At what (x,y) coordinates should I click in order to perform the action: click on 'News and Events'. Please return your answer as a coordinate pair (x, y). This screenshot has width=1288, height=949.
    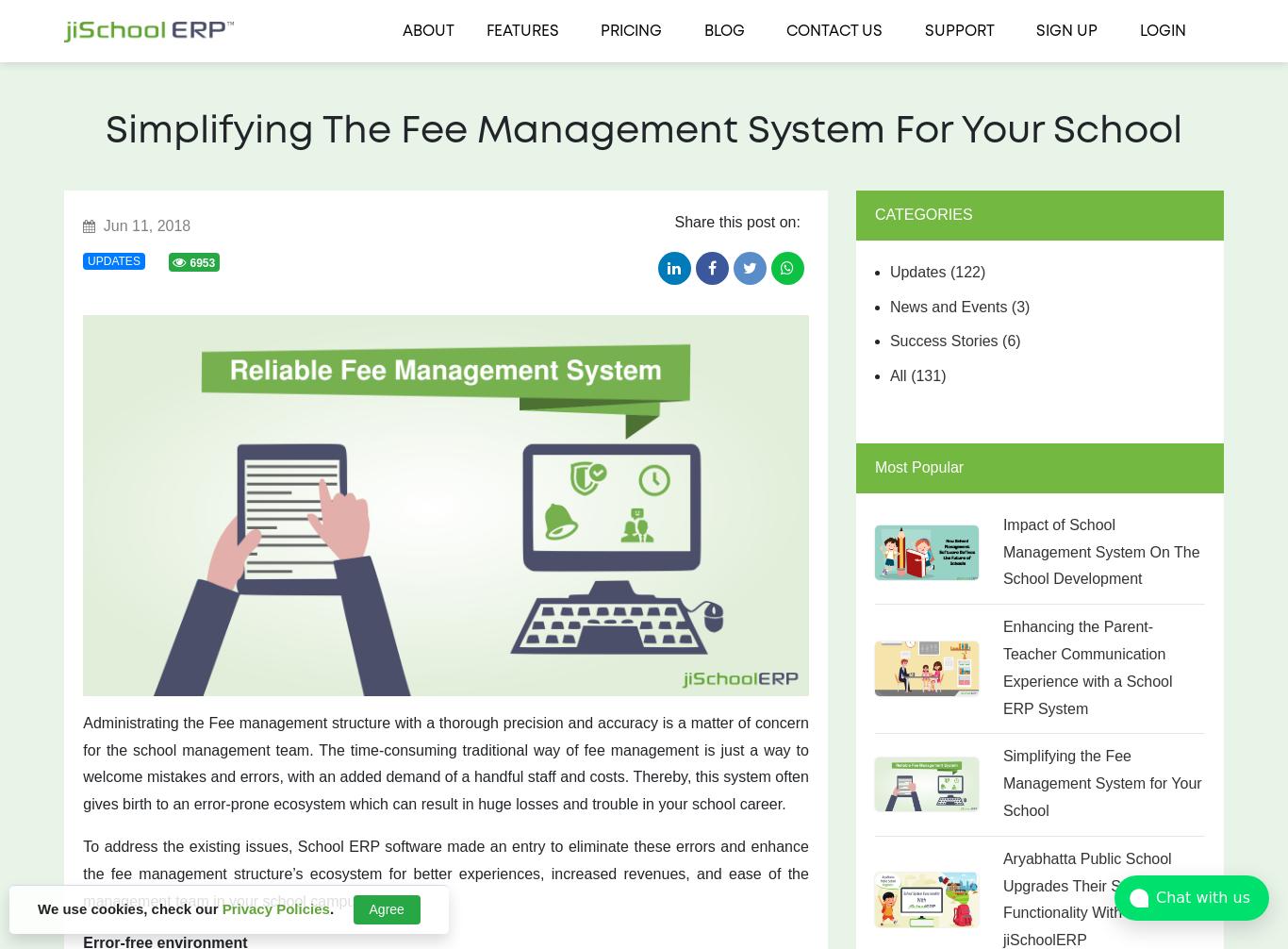
    Looking at the image, I should click on (888, 305).